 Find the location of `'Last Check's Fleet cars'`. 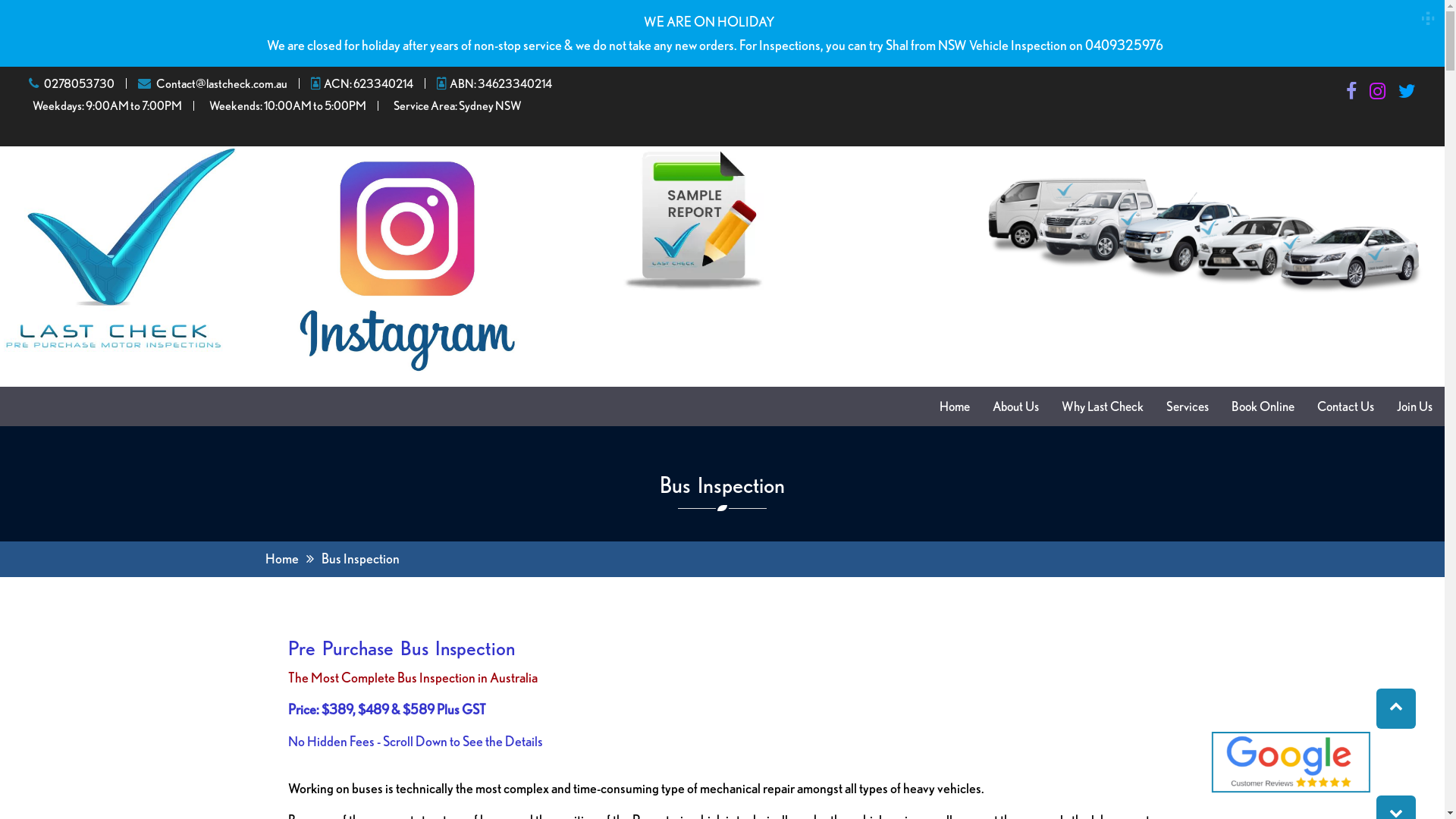

'Last Check's Fleet cars' is located at coordinates (966, 231).